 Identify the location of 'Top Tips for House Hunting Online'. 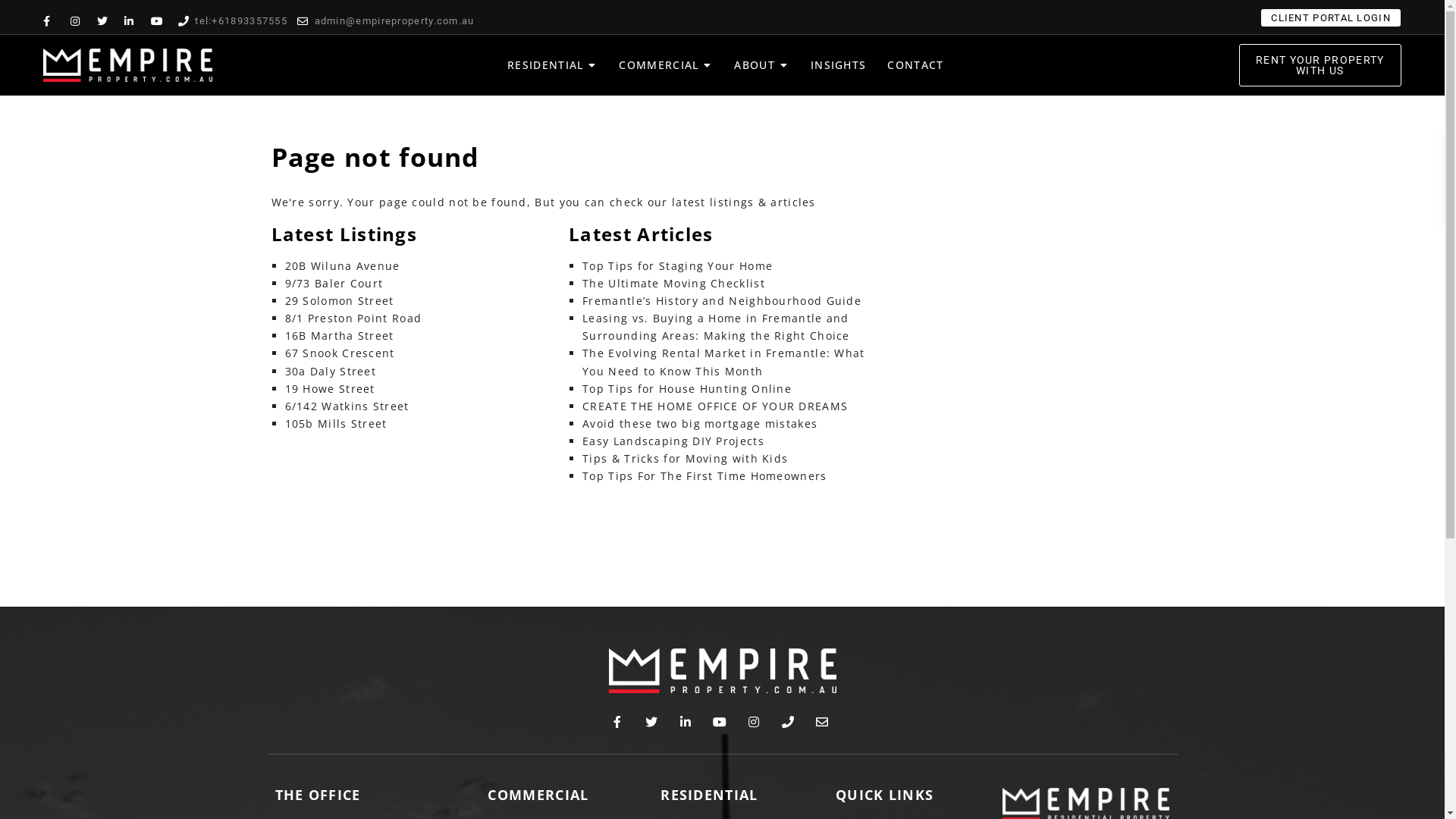
(686, 388).